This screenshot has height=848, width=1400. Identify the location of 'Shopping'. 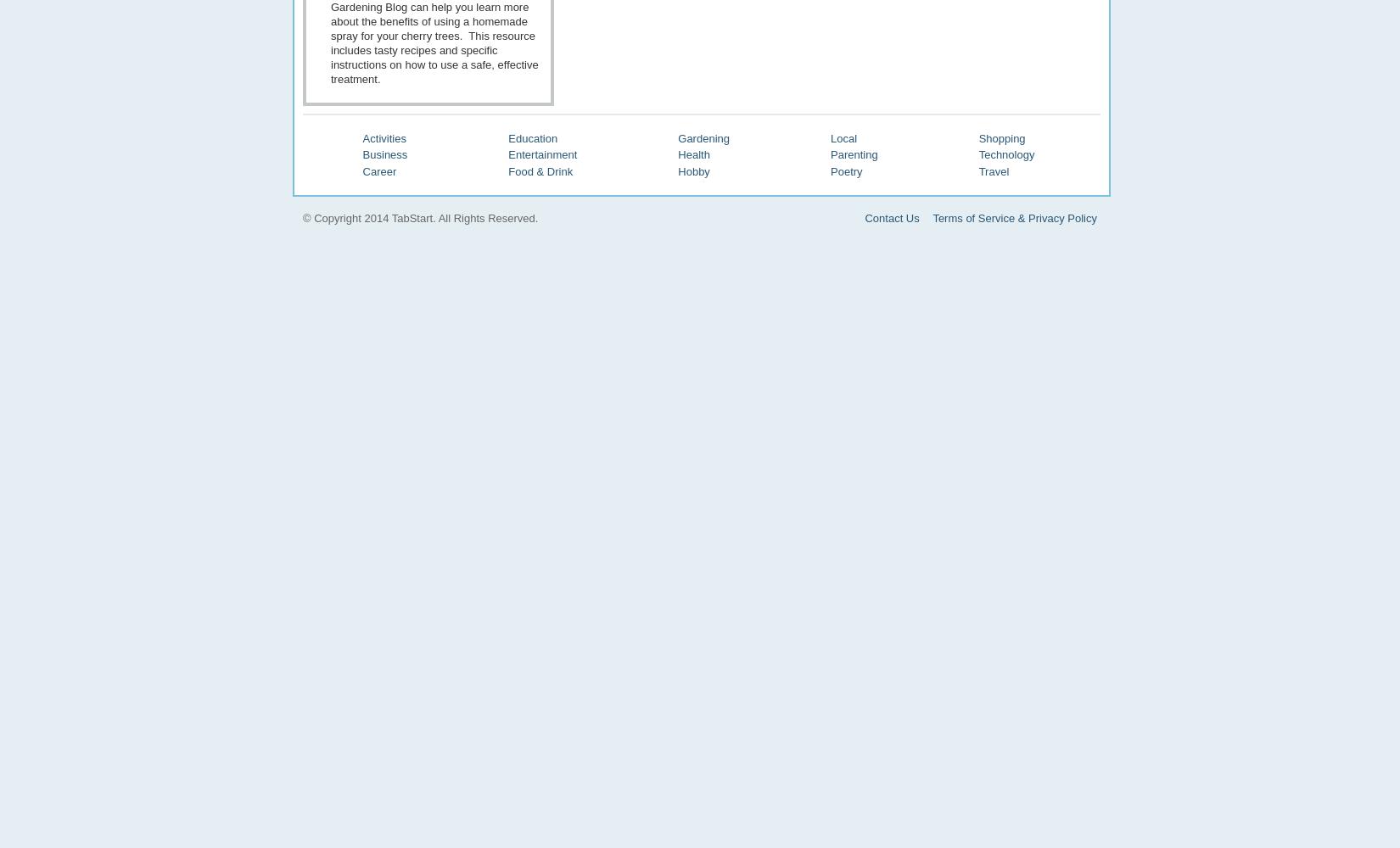
(1001, 137).